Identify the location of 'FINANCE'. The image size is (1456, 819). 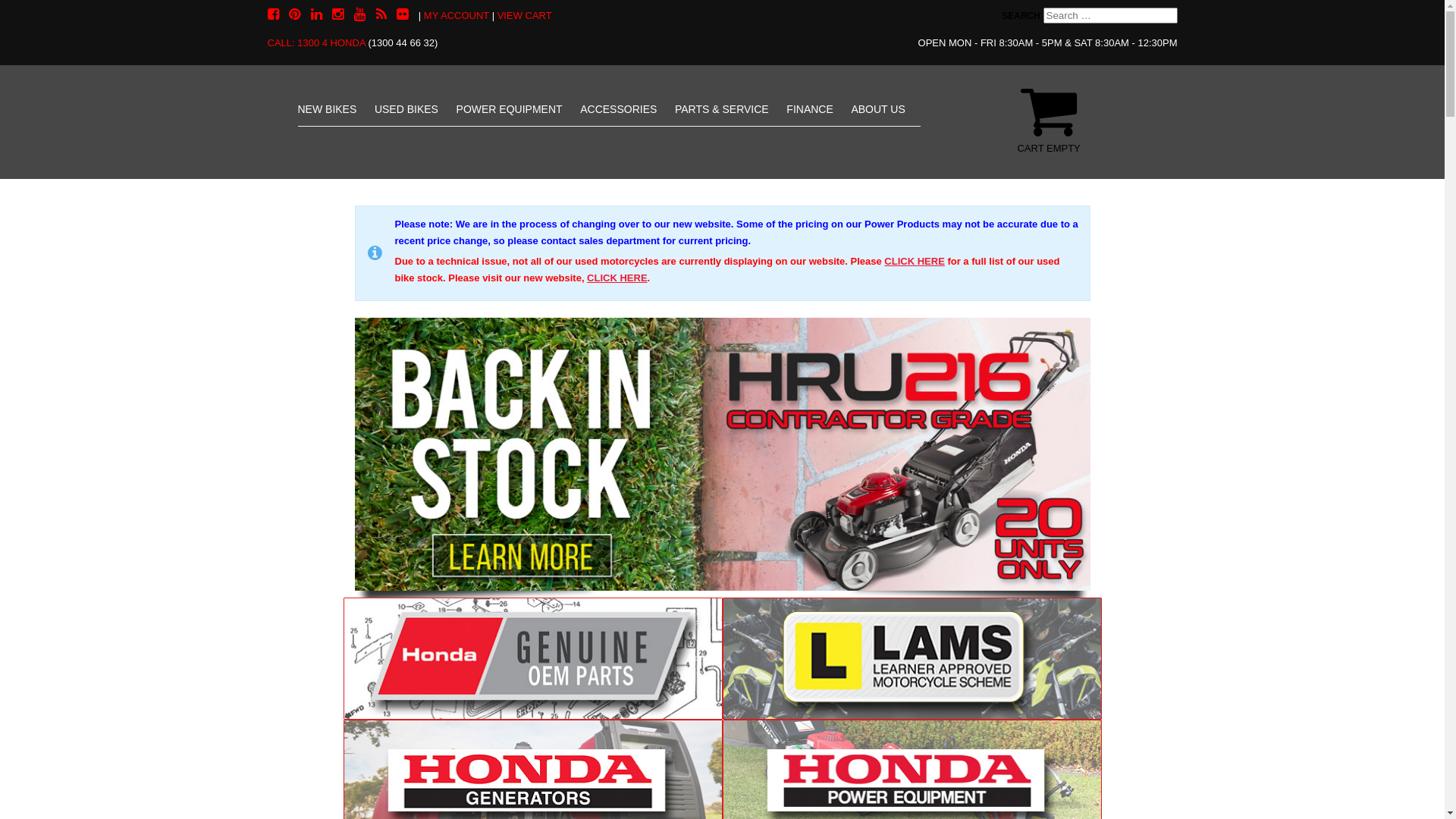
(808, 108).